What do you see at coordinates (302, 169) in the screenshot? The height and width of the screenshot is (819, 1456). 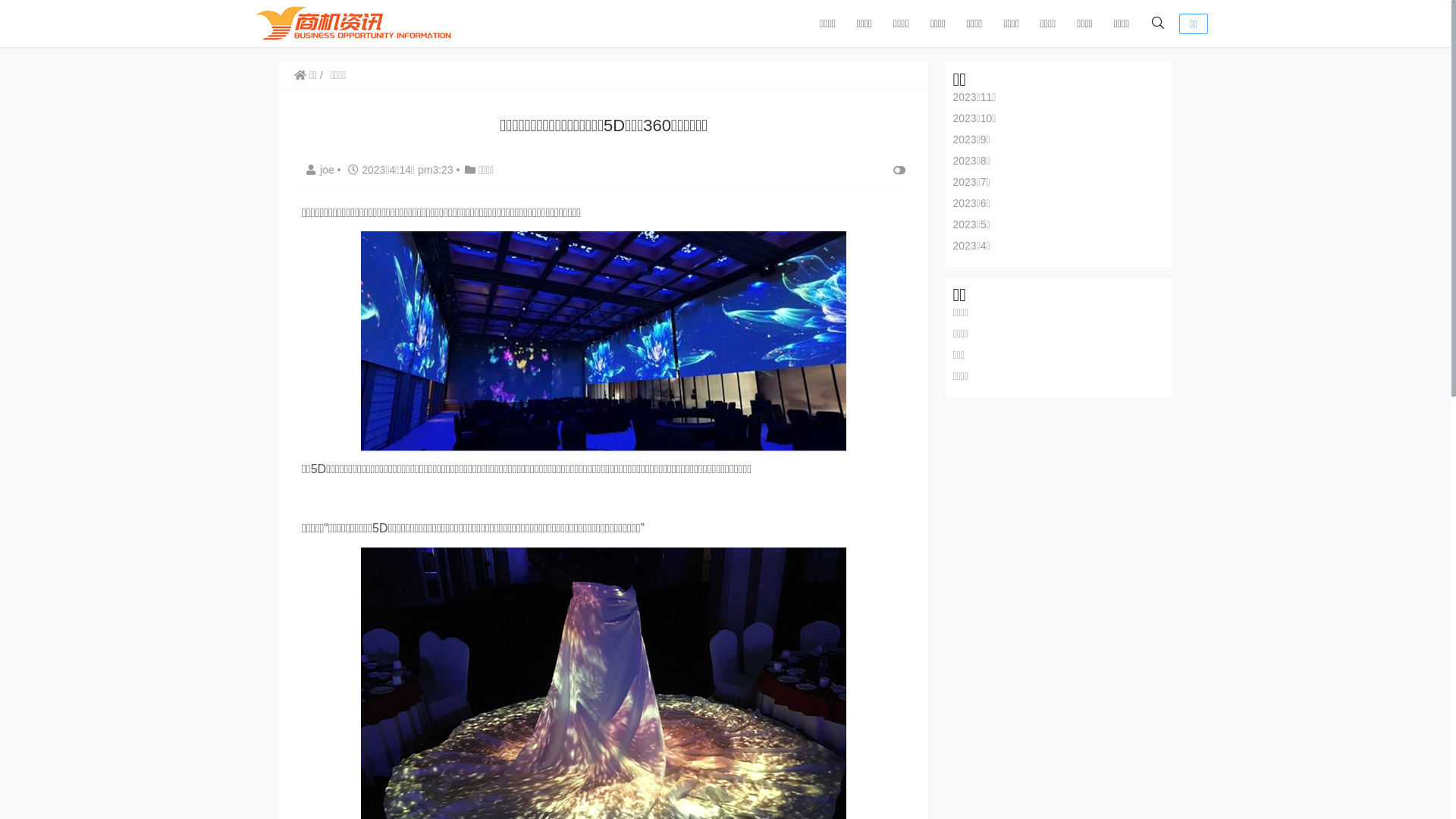 I see `'joe'` at bounding box center [302, 169].